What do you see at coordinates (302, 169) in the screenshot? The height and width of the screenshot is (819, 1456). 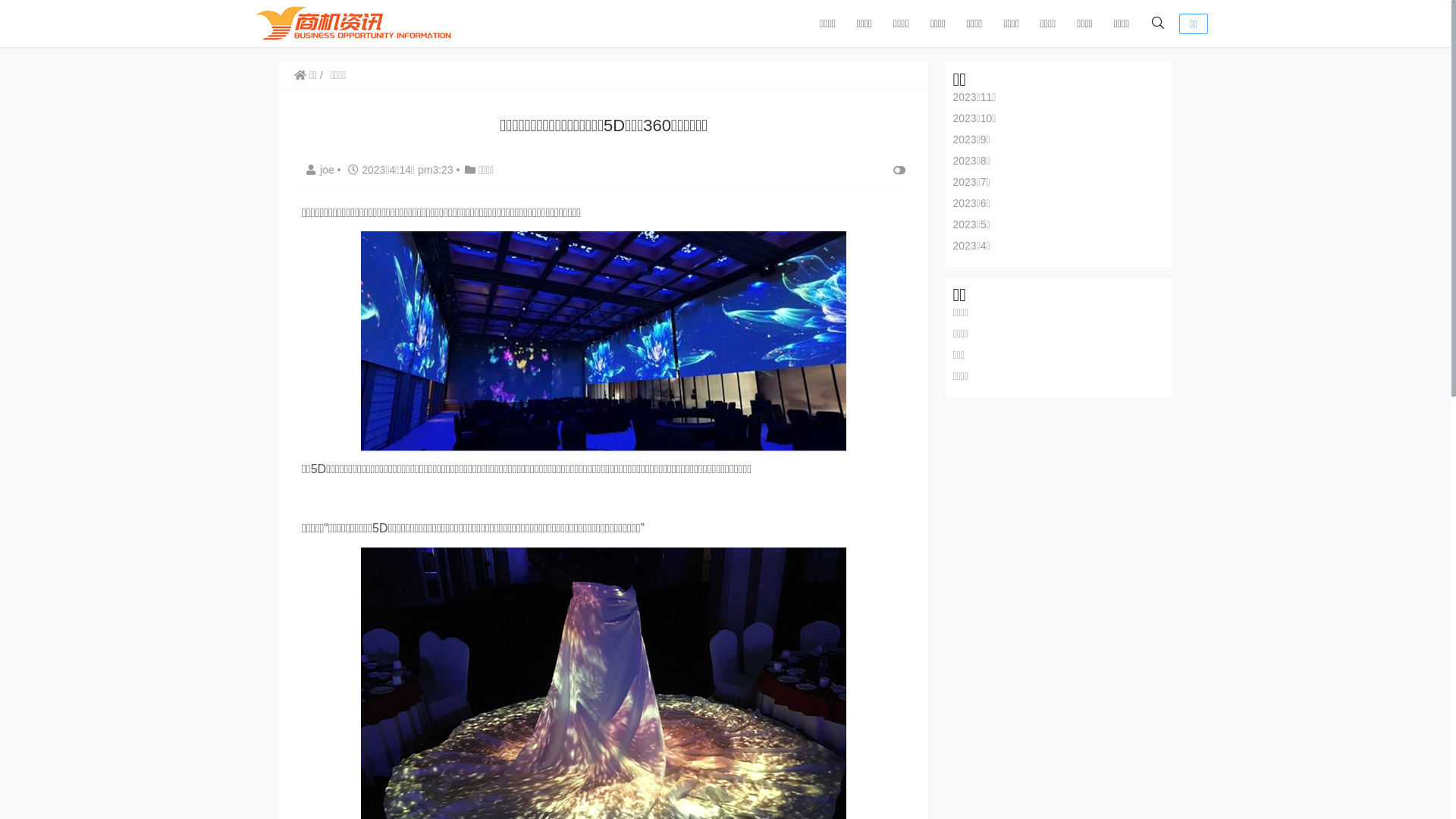 I see `'joe'` at bounding box center [302, 169].